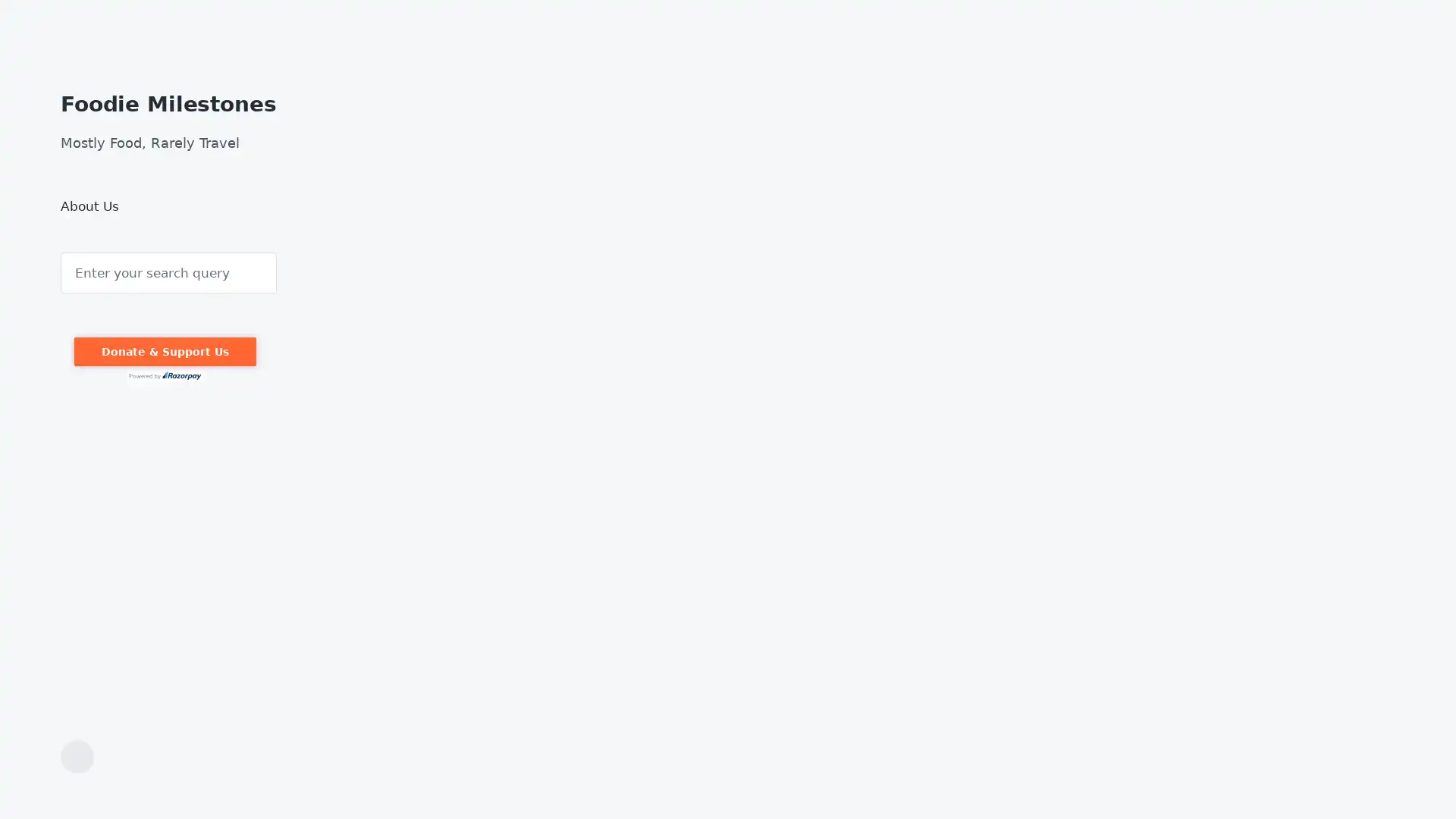 The width and height of the screenshot is (1456, 819). Describe the element at coordinates (61, 252) in the screenshot. I see `Search` at that location.